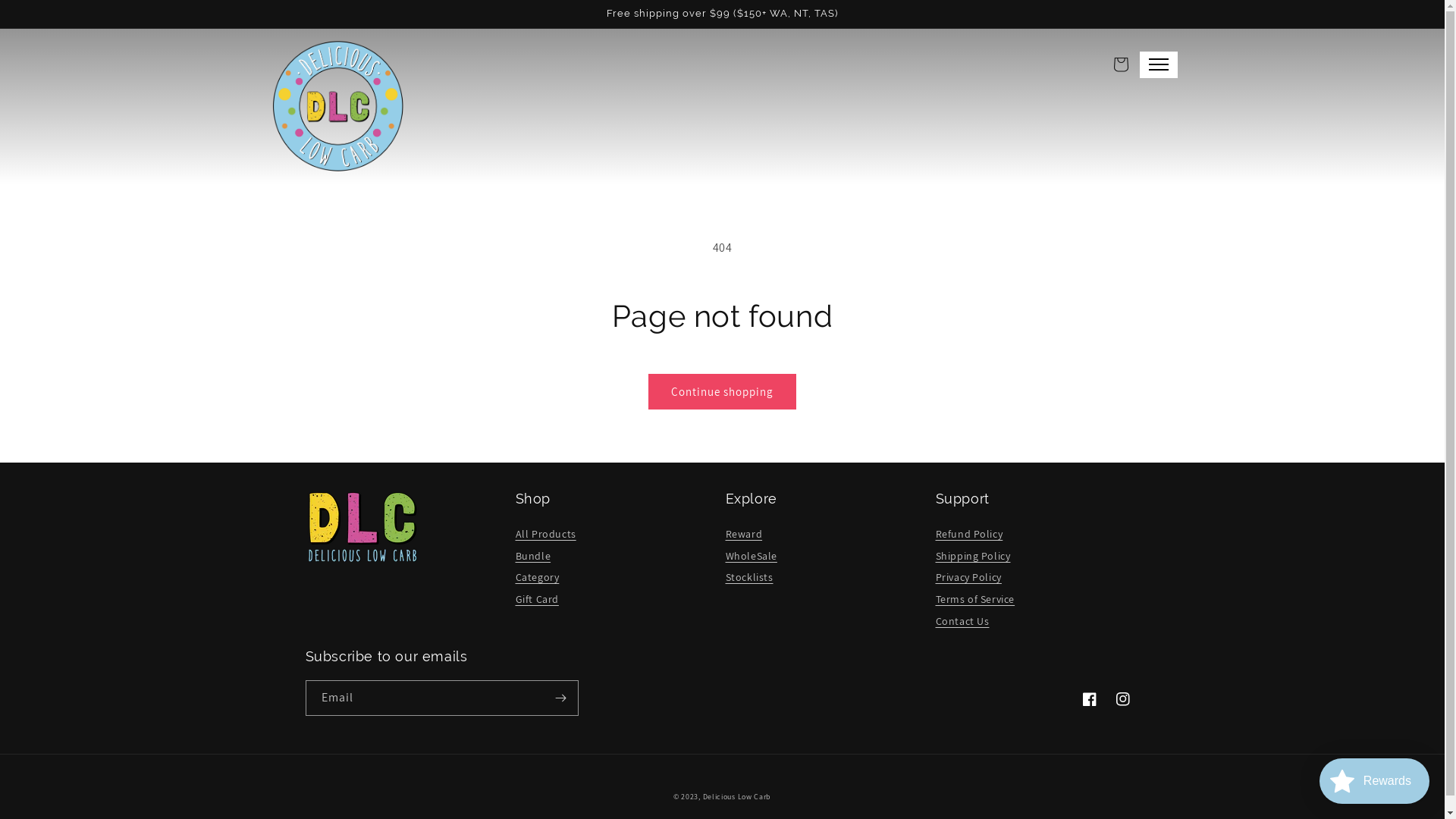  What do you see at coordinates (1087, 698) in the screenshot?
I see `'Facebook'` at bounding box center [1087, 698].